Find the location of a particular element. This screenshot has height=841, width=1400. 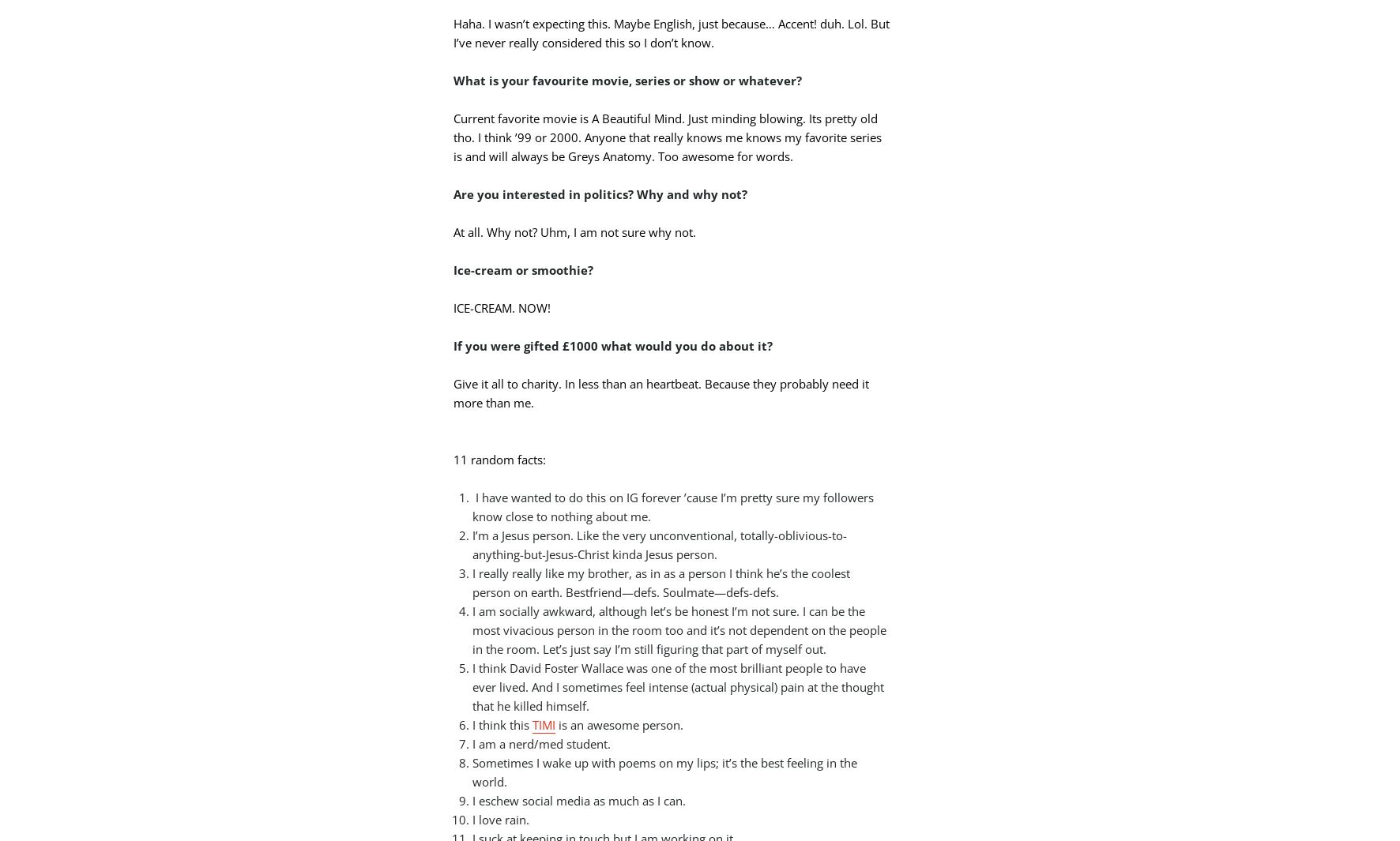

'Haha. I wasn’t expecting this. Maybe English, just because… Accent! duh. Lol. But I’ve never really considered this so I don’t know.' is located at coordinates (453, 32).